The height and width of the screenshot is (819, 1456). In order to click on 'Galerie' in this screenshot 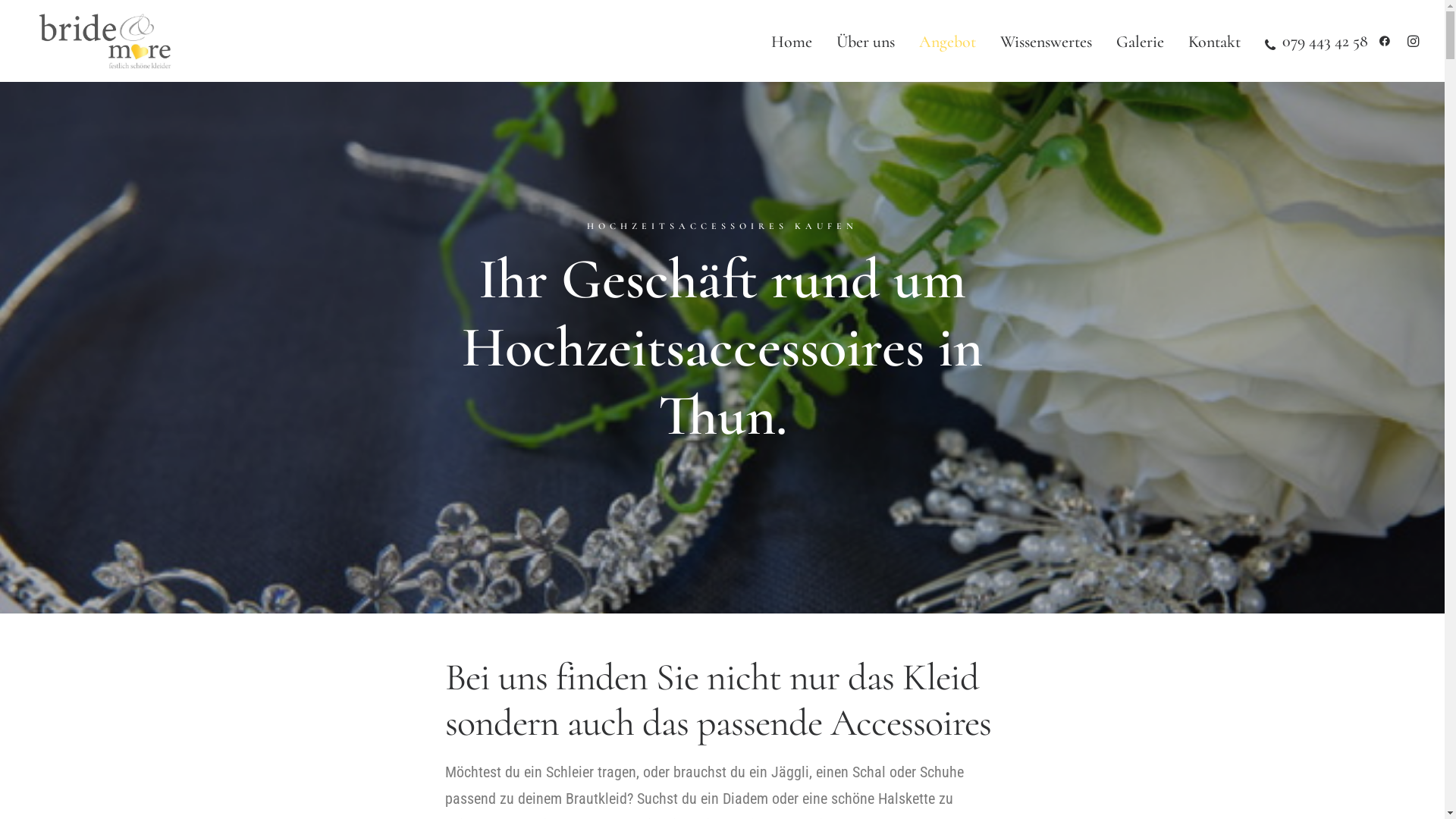, I will do `click(1140, 40)`.